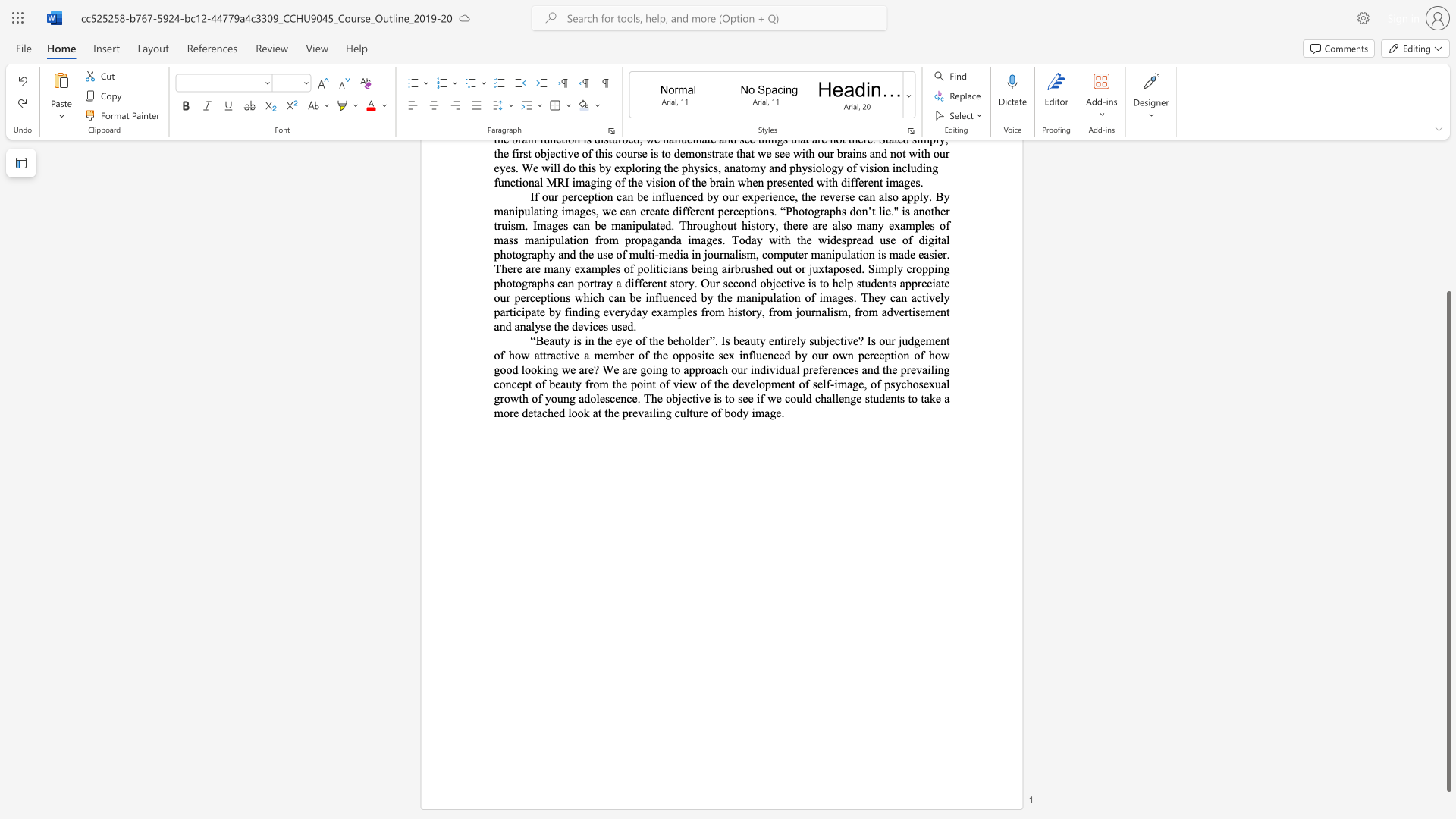 This screenshot has height=819, width=1456. What do you see at coordinates (1448, 541) in the screenshot?
I see `the scrollbar and move down 40 pixels` at bounding box center [1448, 541].